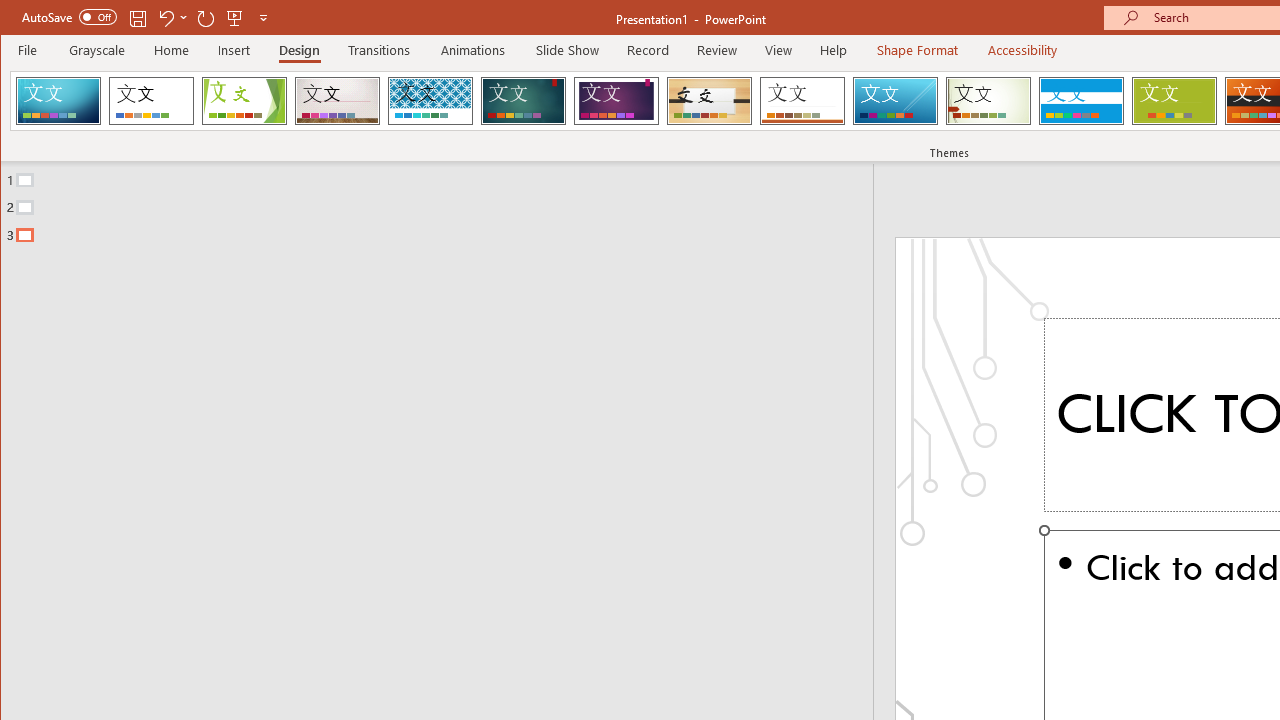 The image size is (1280, 720). Describe the element at coordinates (206, 17) in the screenshot. I see `'Redo'` at that location.